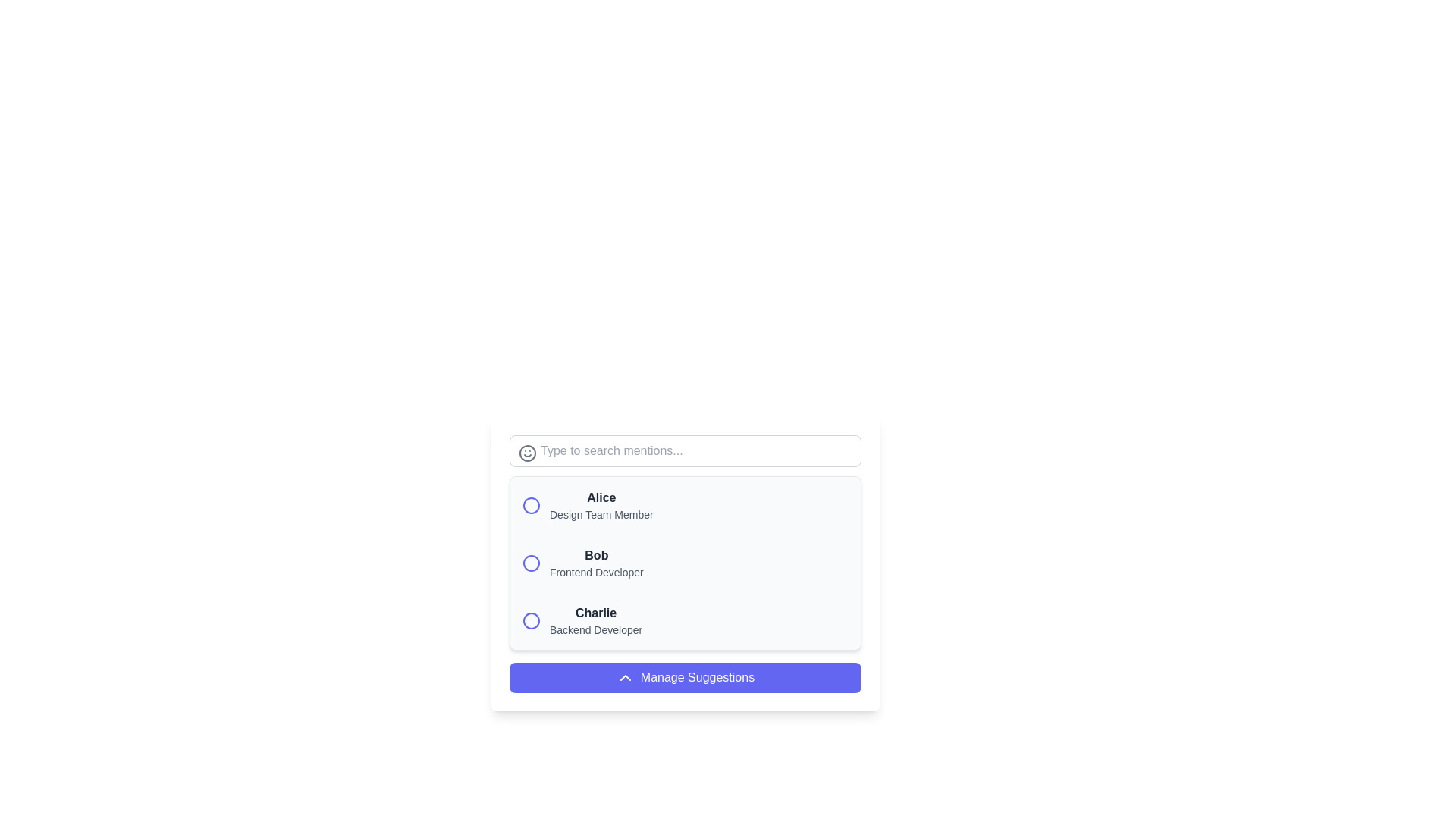 This screenshot has width=1456, height=819. Describe the element at coordinates (528, 452) in the screenshot. I see `the smiley icon located at the top-left corner inside the text input field for searching or mentioning` at that location.